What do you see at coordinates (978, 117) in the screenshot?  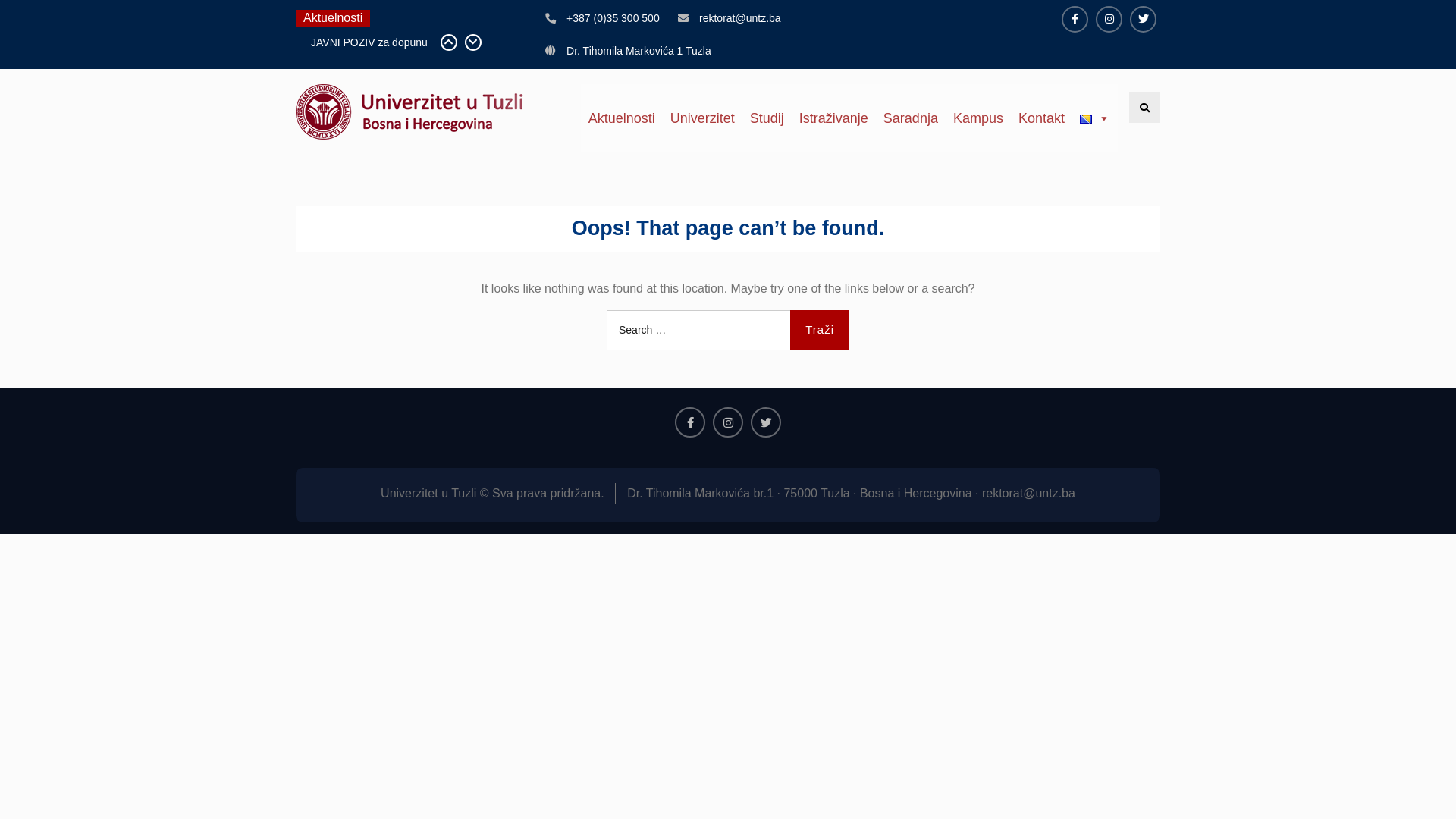 I see `'Kampus'` at bounding box center [978, 117].